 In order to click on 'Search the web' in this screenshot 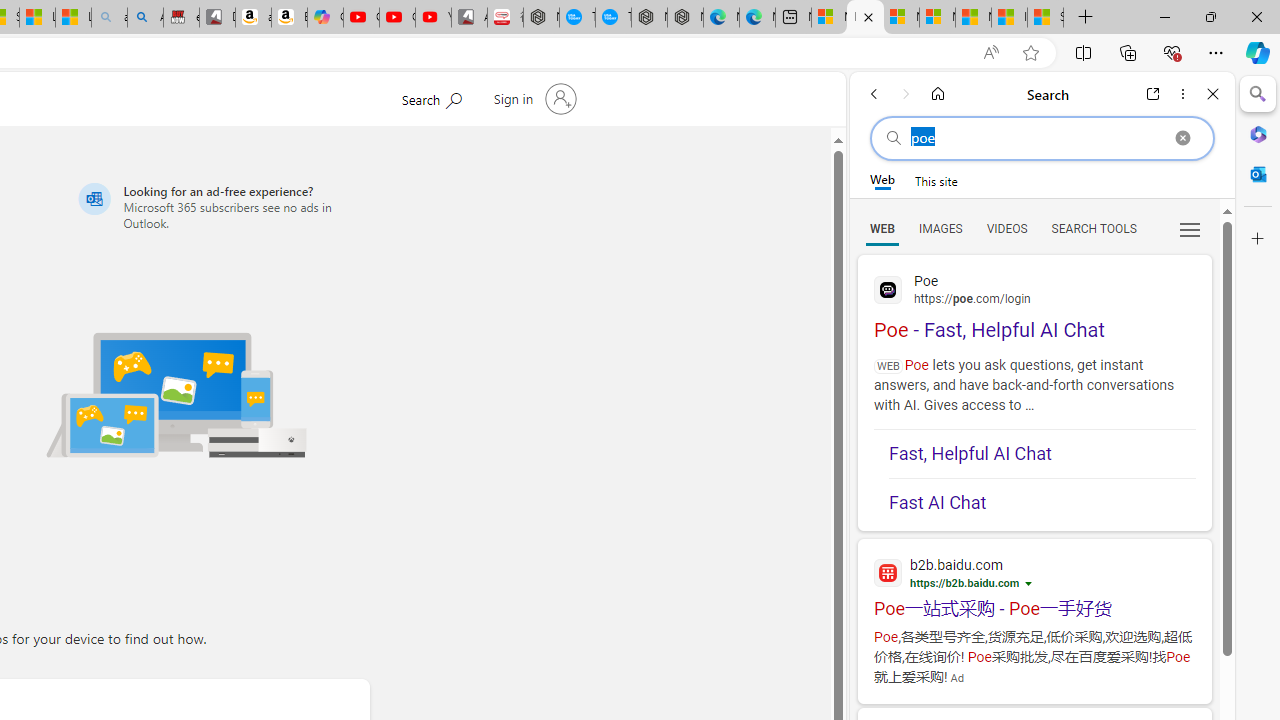, I will do `click(1040, 137)`.